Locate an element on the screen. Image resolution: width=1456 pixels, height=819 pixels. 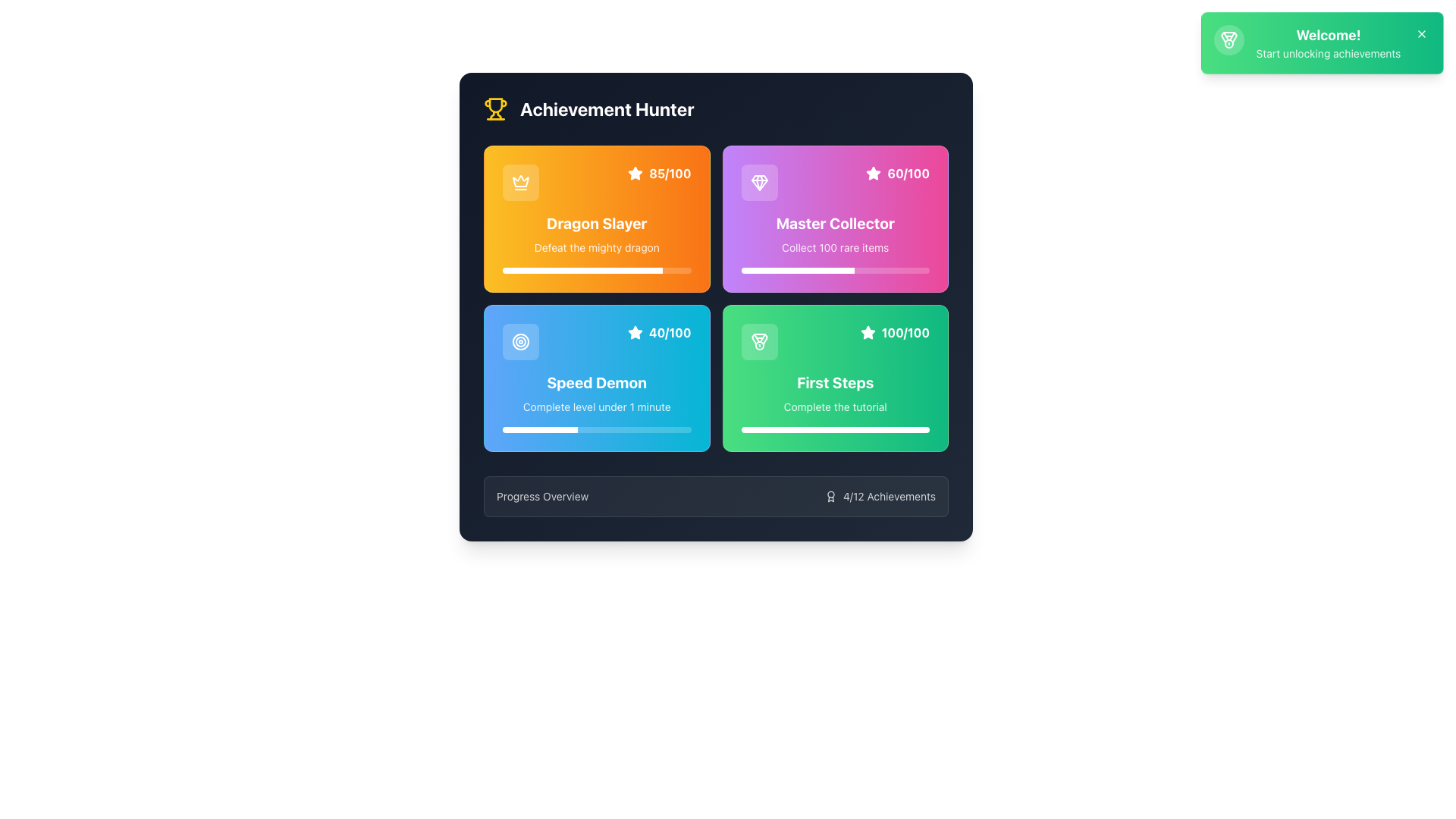
and interpret the text 'Master Collector' from the bold text label located in the second card of the main achievement grid, which features a purple-to-pink gradient background is located at coordinates (834, 223).